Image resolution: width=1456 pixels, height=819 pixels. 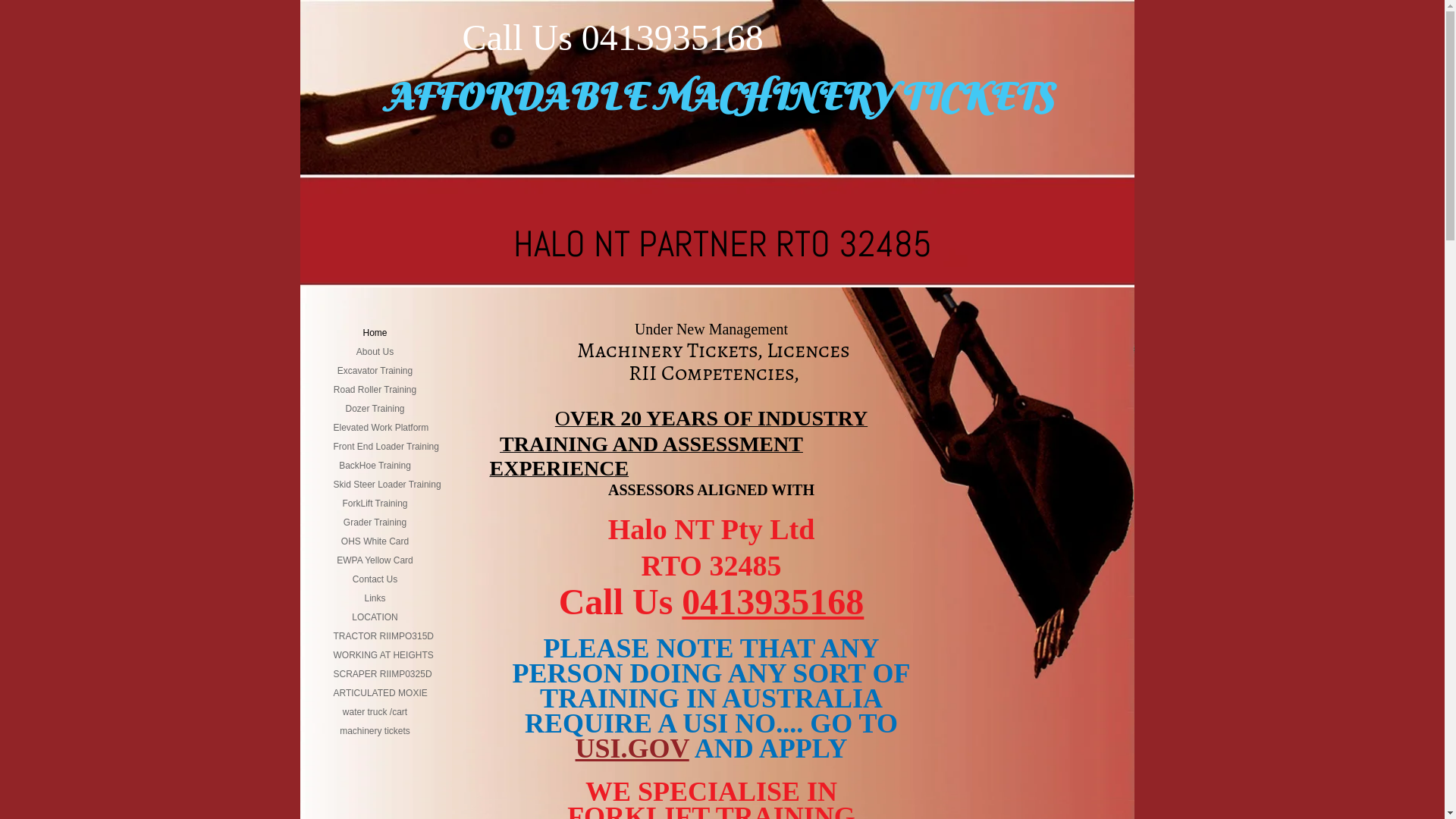 What do you see at coordinates (375, 579) in the screenshot?
I see `'Contact Us'` at bounding box center [375, 579].